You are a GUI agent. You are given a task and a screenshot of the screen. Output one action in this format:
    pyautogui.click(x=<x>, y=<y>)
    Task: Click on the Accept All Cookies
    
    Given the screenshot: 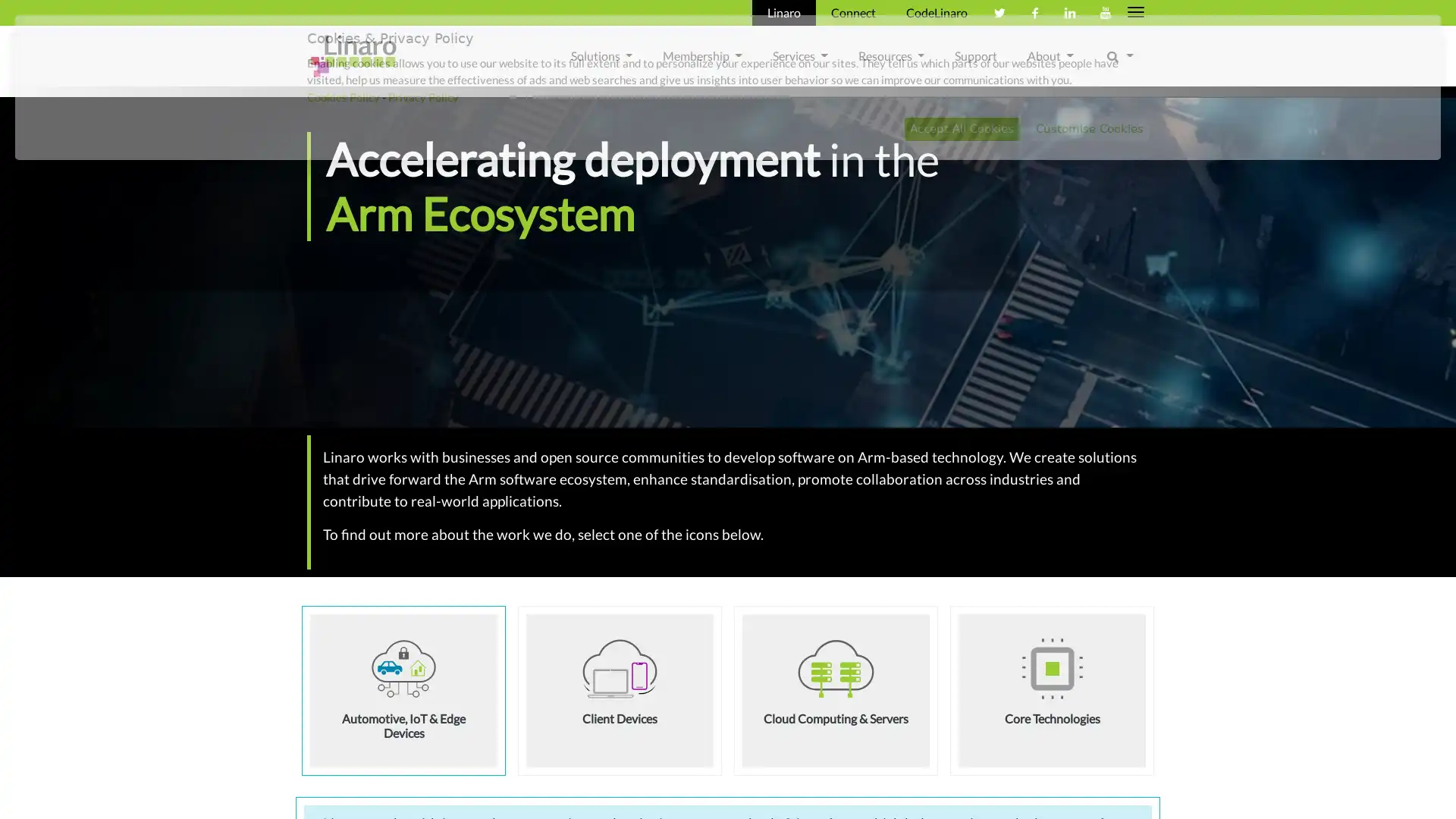 What is the action you would take?
    pyautogui.click(x=961, y=128)
    